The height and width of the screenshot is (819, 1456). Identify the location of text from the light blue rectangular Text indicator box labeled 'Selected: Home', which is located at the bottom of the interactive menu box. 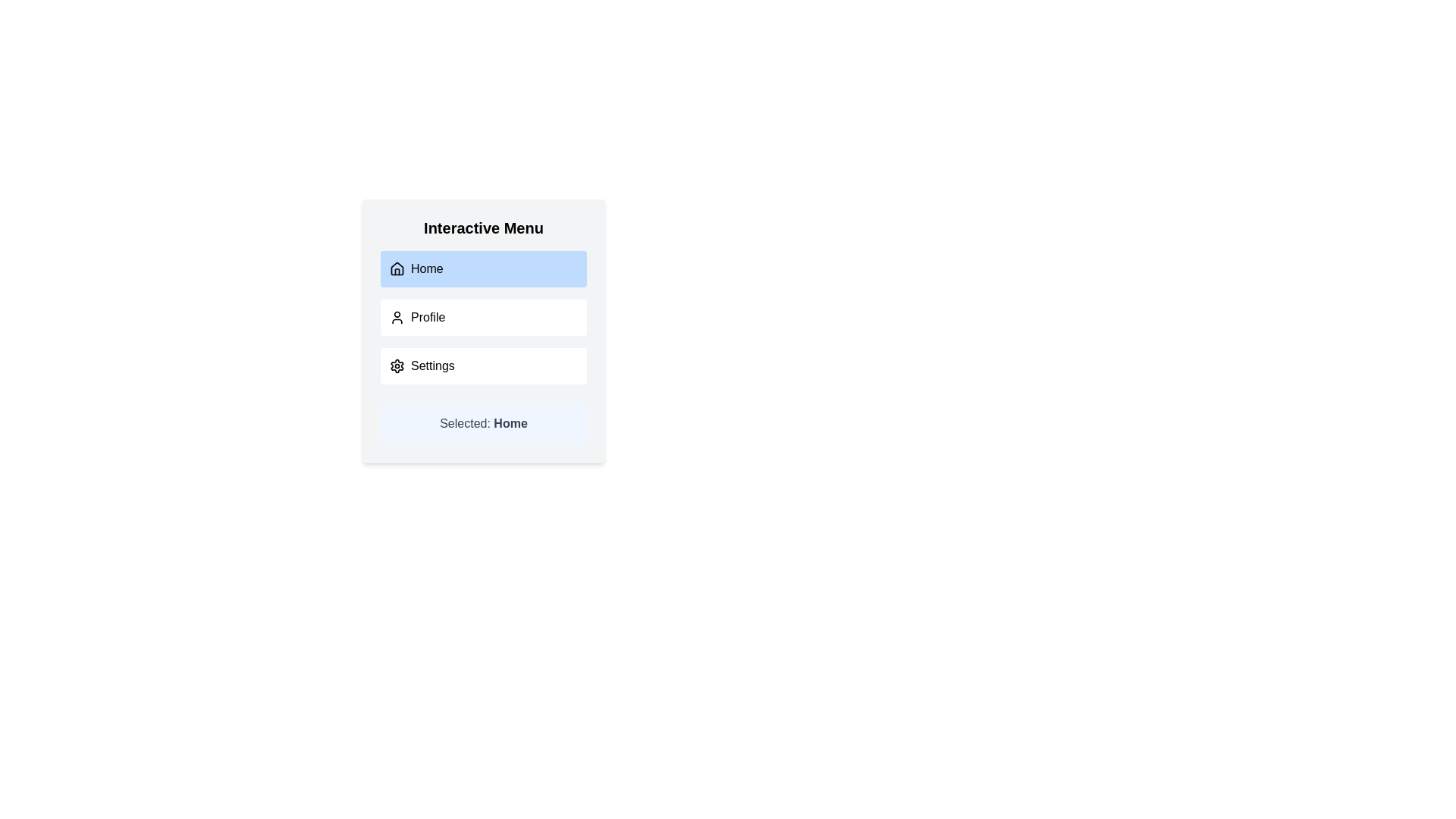
(483, 424).